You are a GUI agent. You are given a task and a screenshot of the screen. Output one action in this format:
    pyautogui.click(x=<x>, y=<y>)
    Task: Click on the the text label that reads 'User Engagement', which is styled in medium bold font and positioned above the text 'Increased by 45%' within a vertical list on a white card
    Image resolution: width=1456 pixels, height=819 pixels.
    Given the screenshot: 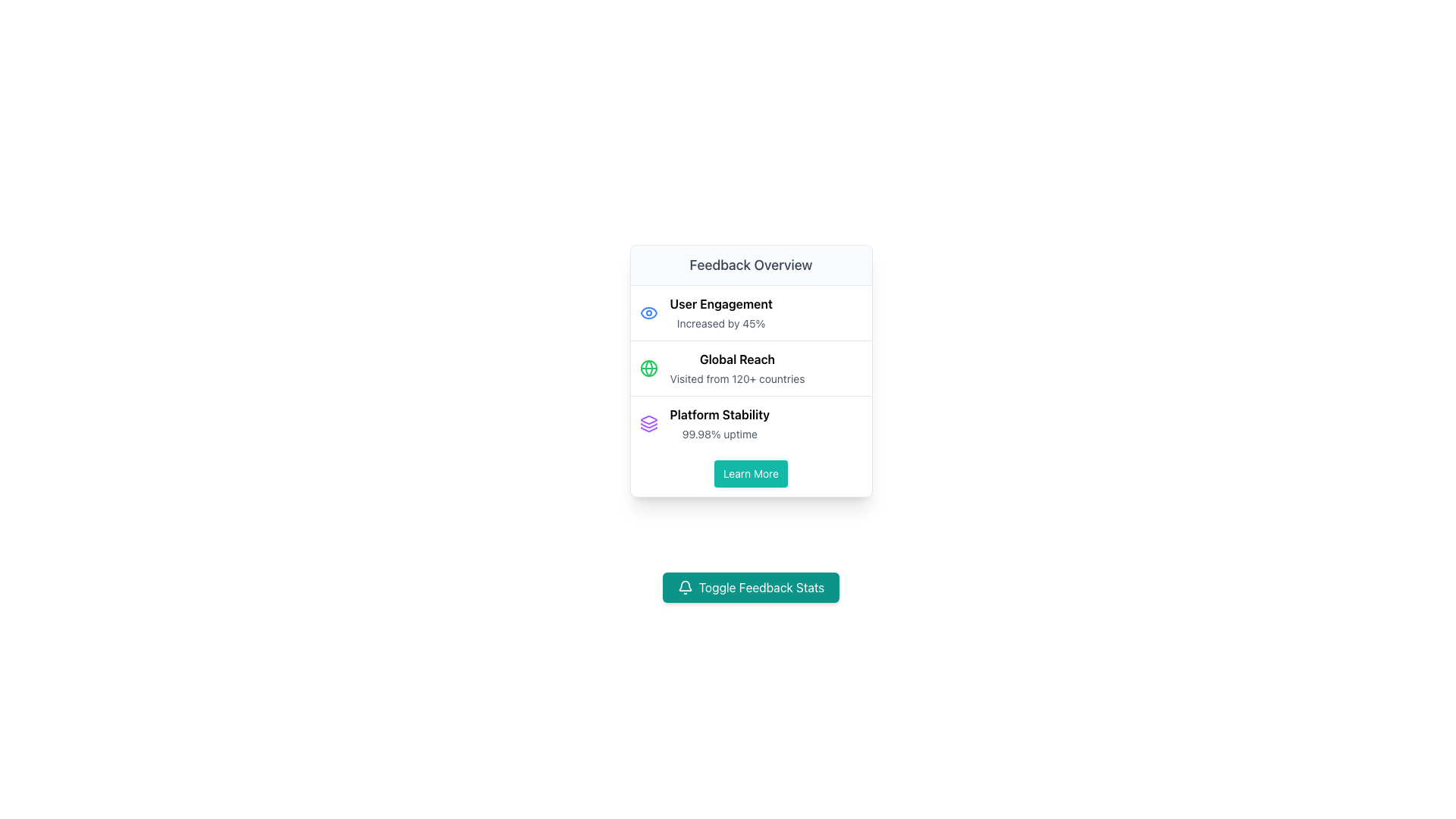 What is the action you would take?
    pyautogui.click(x=720, y=304)
    